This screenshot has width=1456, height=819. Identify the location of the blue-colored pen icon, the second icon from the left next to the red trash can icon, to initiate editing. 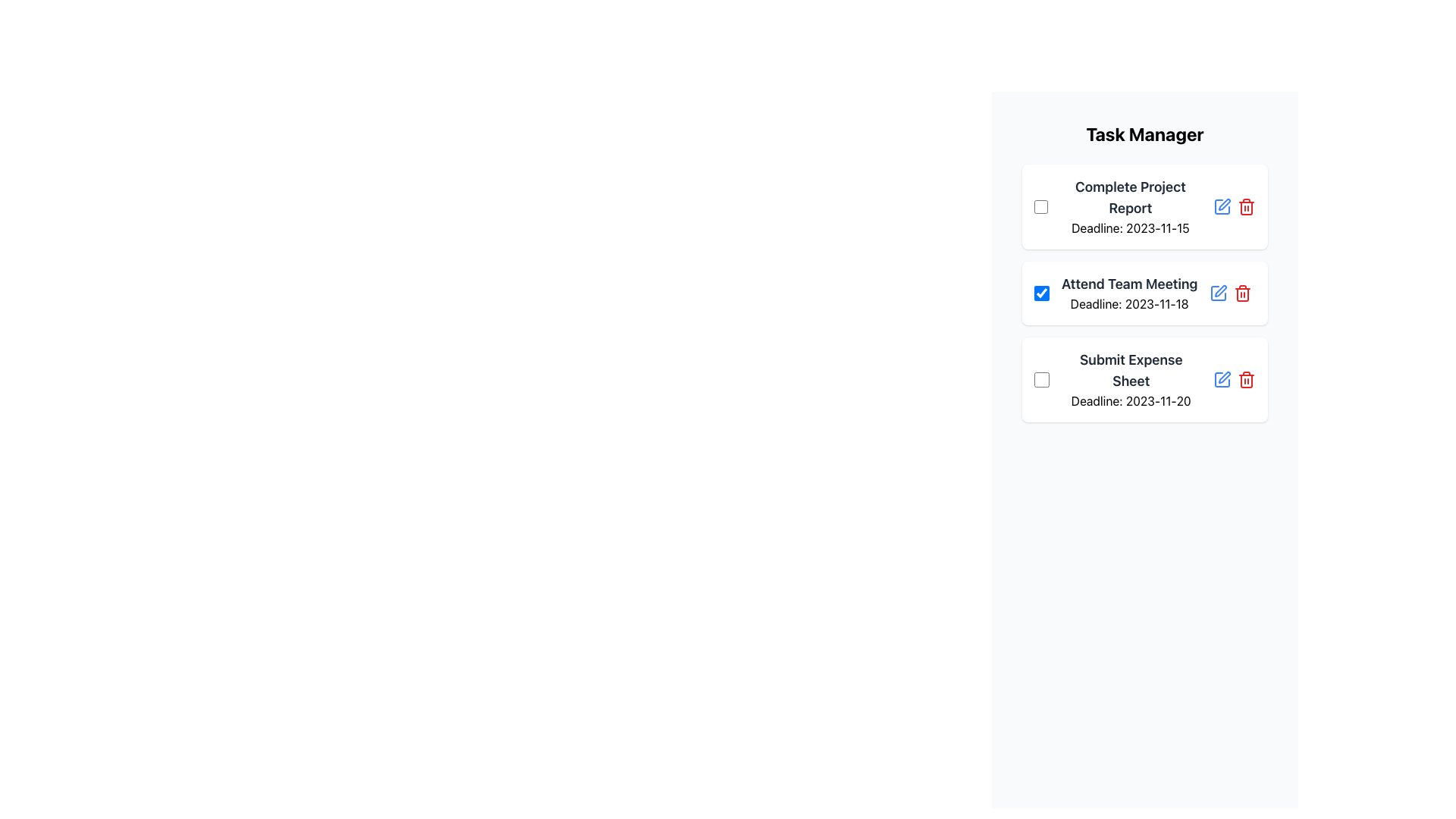
(1223, 205).